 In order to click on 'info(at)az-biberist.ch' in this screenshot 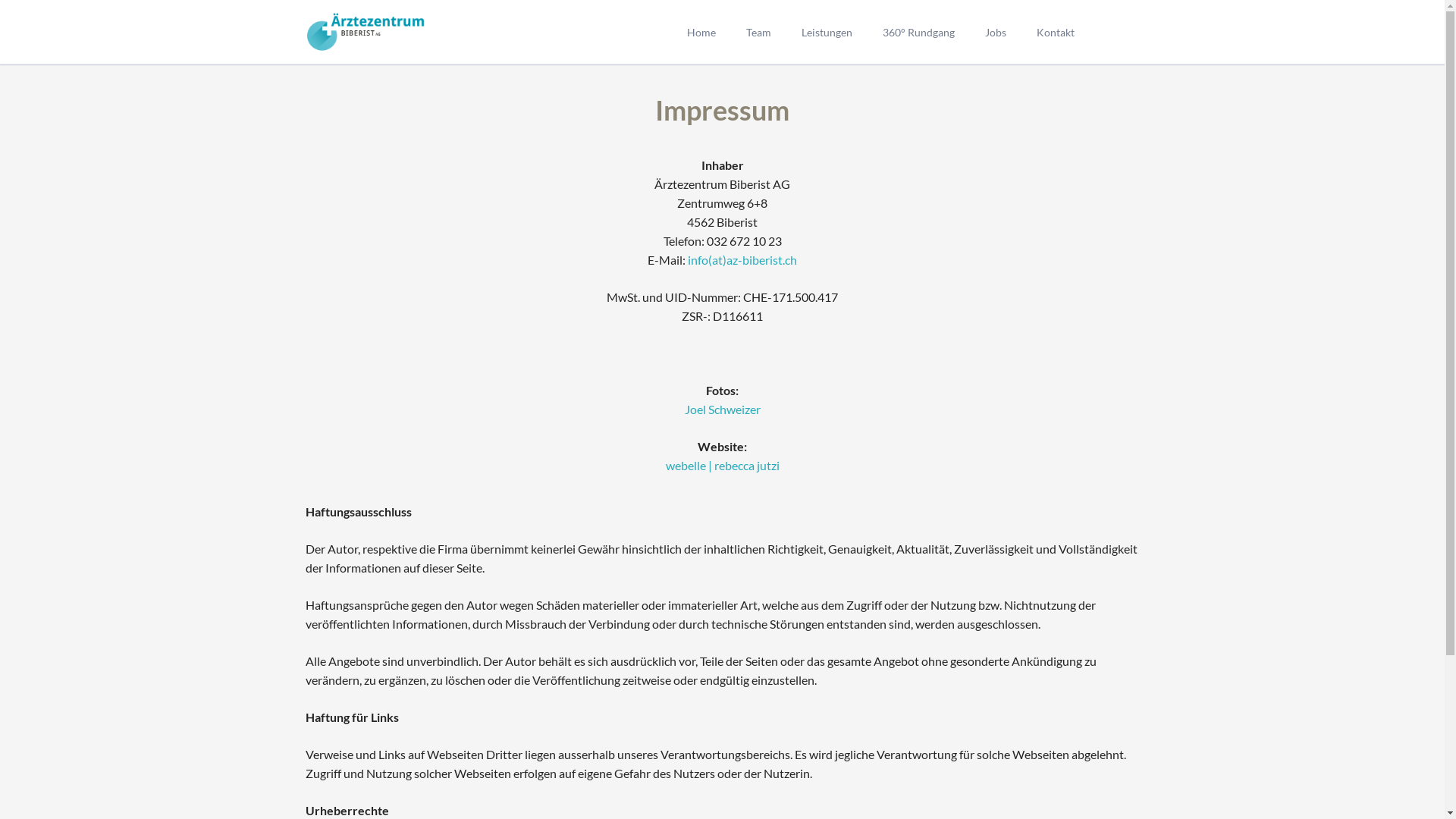, I will do `click(742, 259)`.